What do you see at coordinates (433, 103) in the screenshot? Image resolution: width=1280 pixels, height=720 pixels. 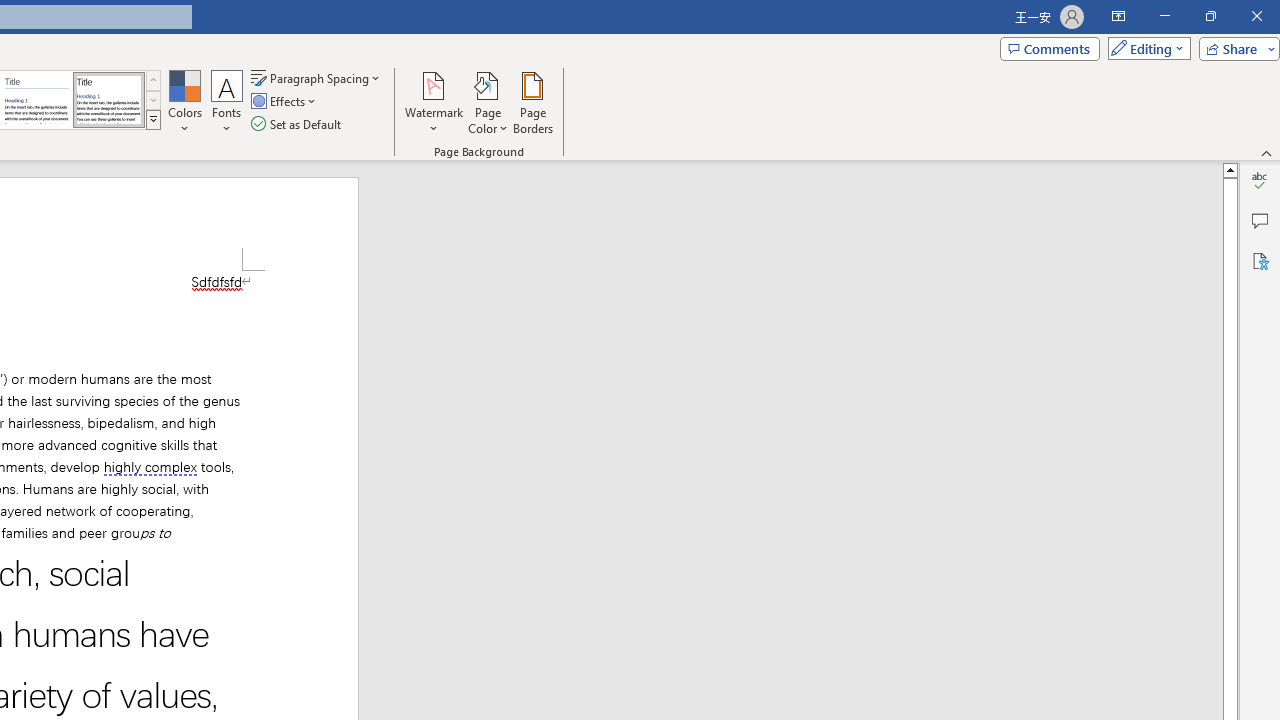 I see `'Watermark'` at bounding box center [433, 103].